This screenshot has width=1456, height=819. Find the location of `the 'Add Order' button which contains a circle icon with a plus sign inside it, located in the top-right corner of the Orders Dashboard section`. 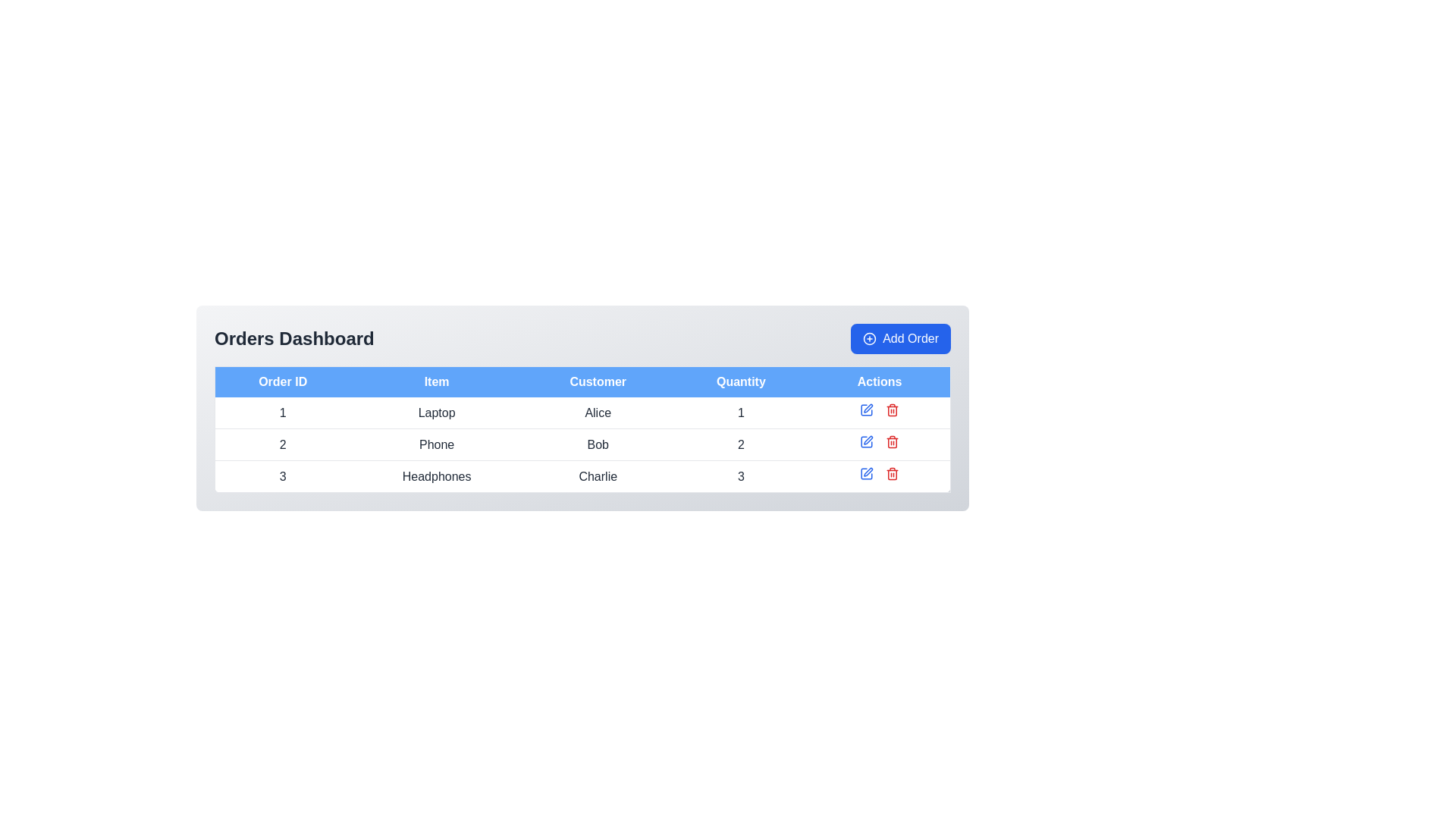

the 'Add Order' button which contains a circle icon with a plus sign inside it, located in the top-right corner of the Orders Dashboard section is located at coordinates (870, 338).